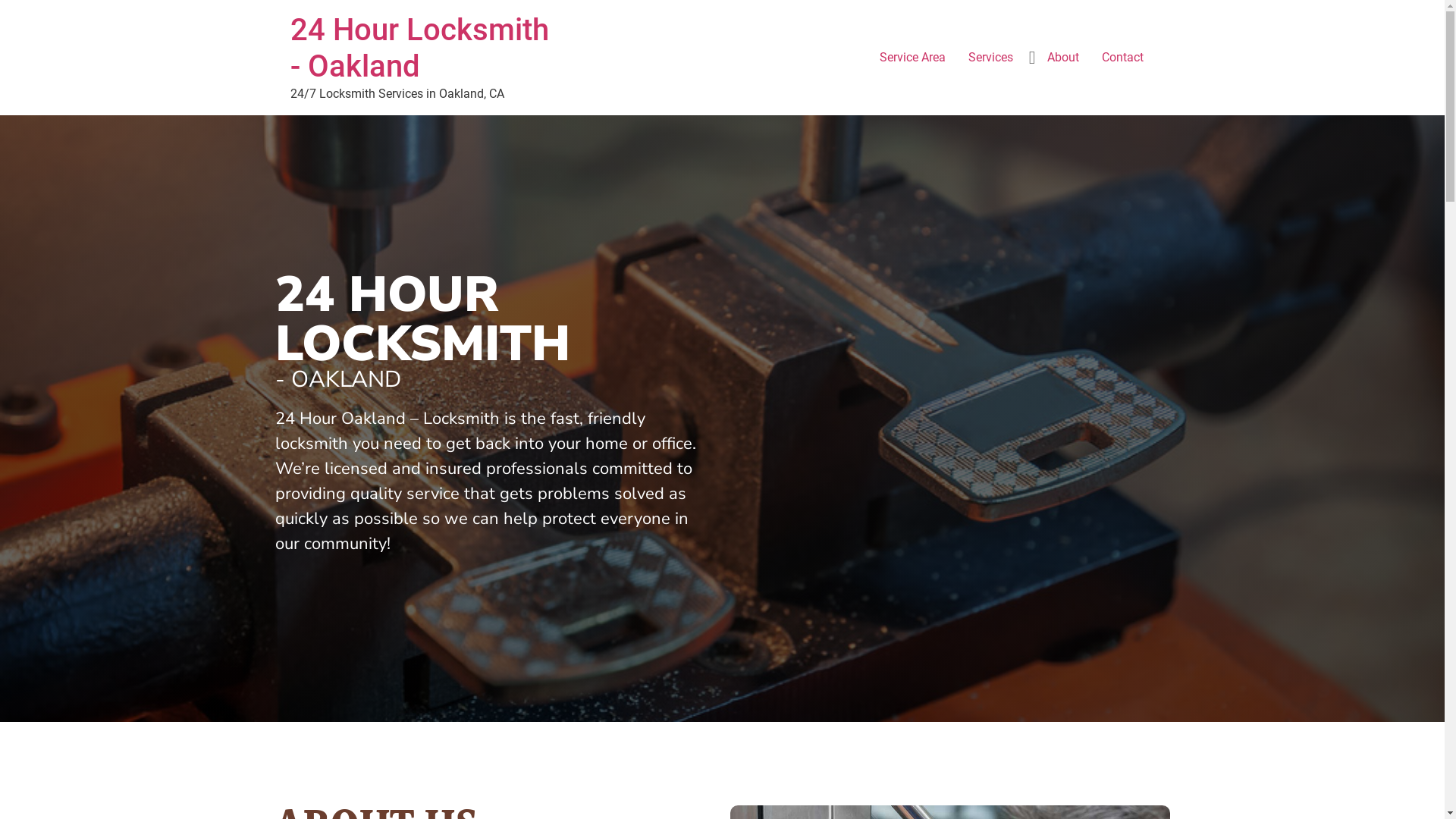 Image resolution: width=1456 pixels, height=819 pixels. What do you see at coordinates (1122, 57) in the screenshot?
I see `'Contact'` at bounding box center [1122, 57].